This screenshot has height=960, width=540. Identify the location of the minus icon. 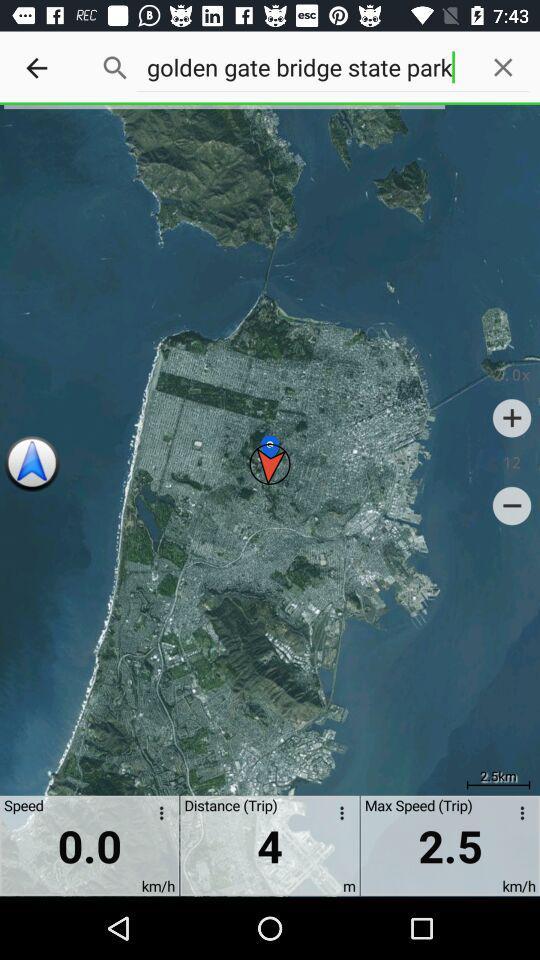
(512, 505).